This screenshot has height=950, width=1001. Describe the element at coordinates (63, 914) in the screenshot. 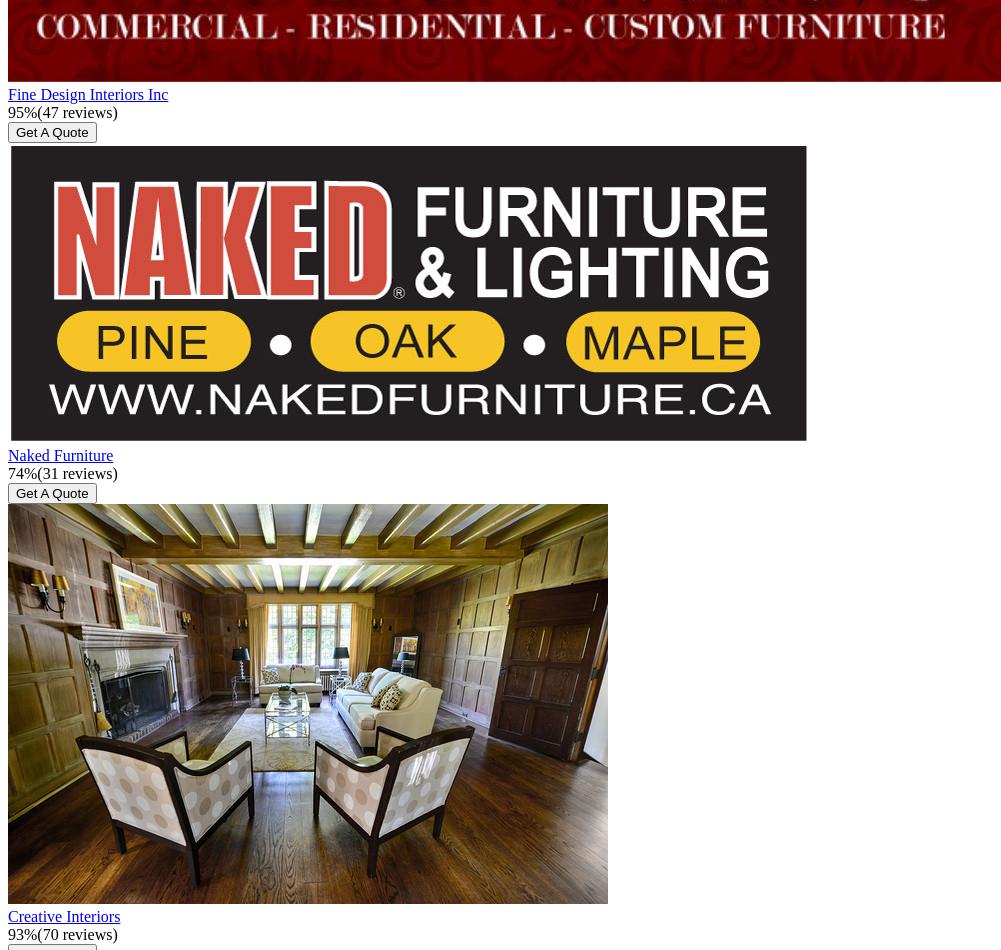

I see `'Creative Interiors'` at that location.